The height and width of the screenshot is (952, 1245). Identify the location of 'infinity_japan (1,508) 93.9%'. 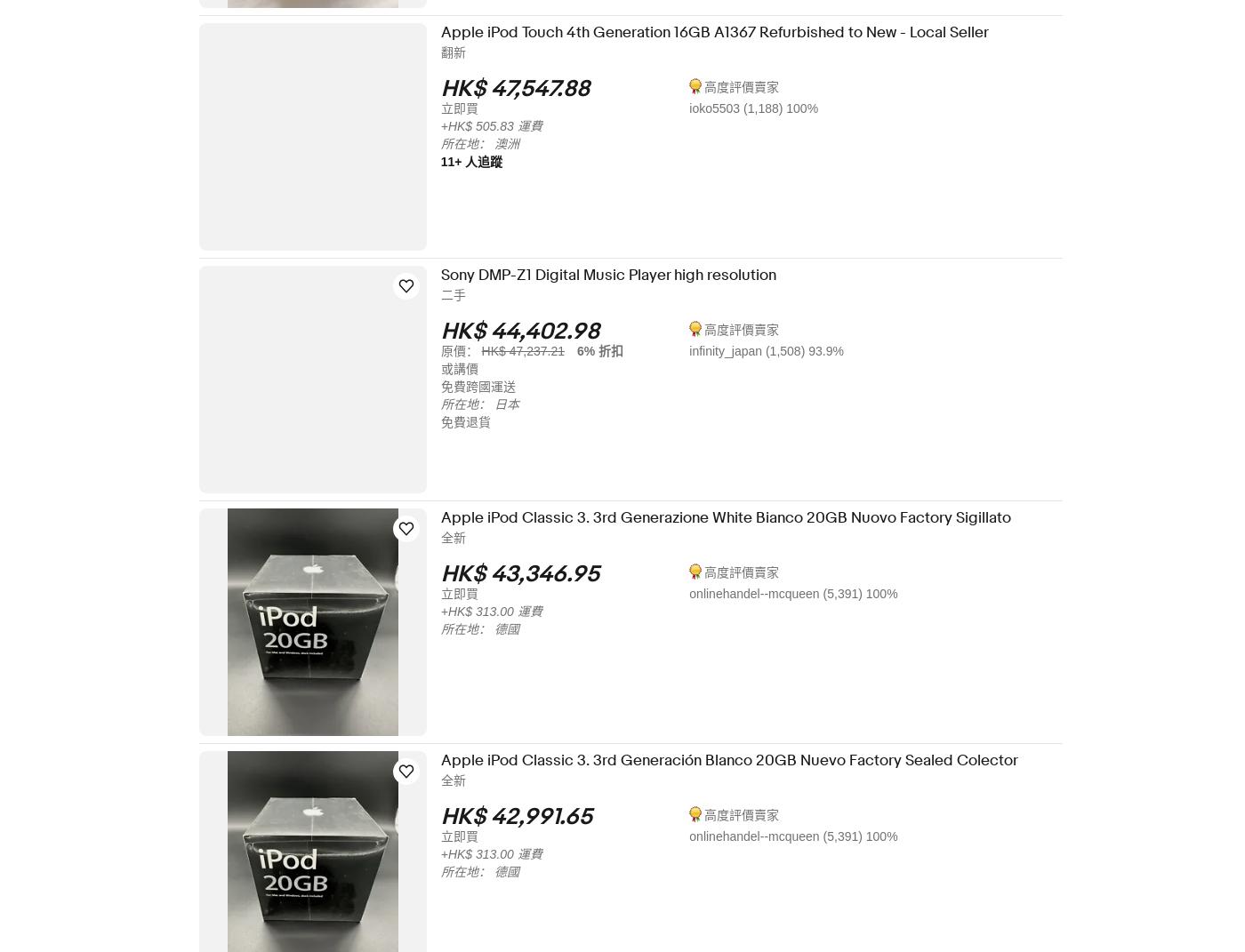
(778, 350).